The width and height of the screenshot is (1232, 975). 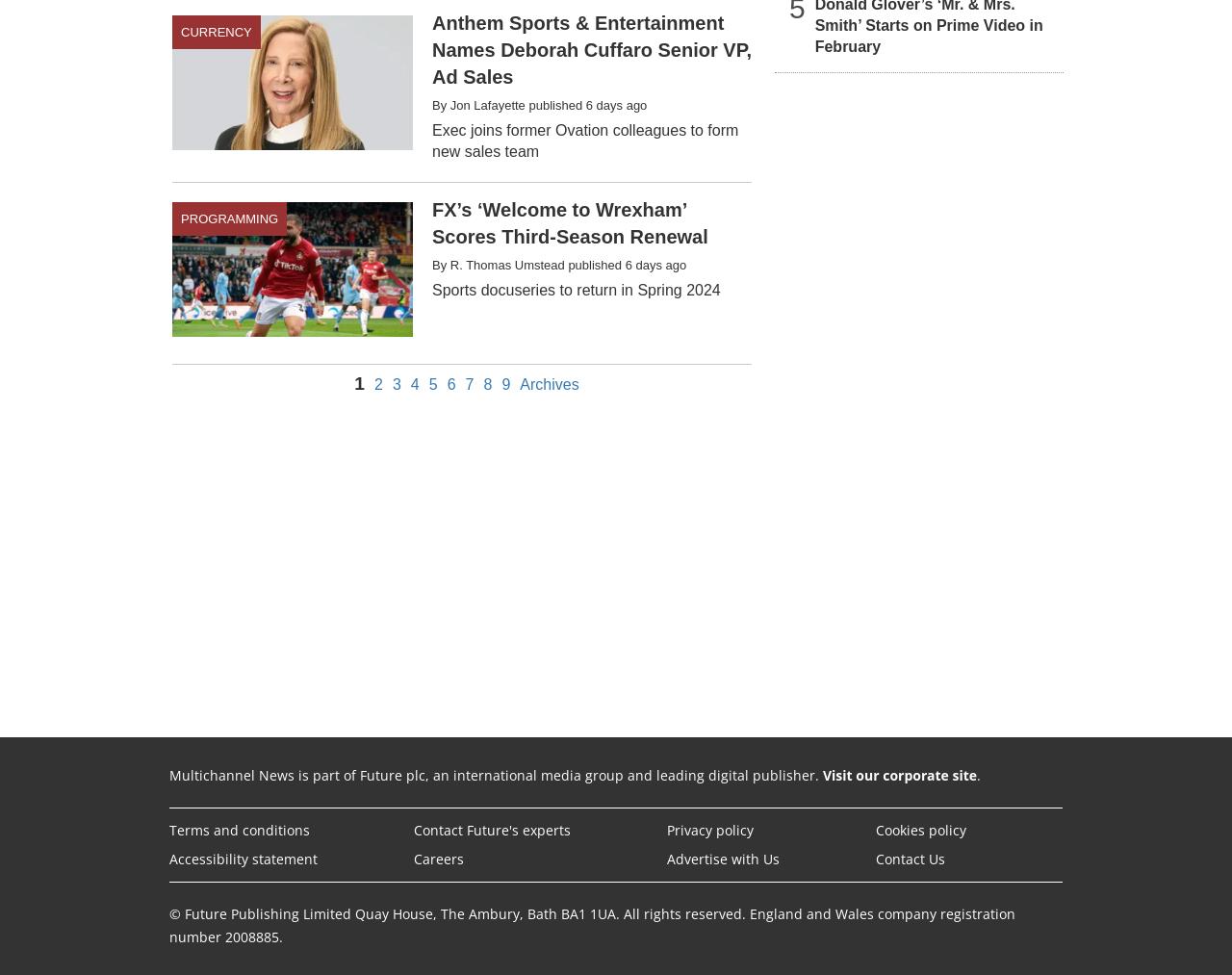 I want to click on 'Terms and conditions', so click(x=238, y=828).